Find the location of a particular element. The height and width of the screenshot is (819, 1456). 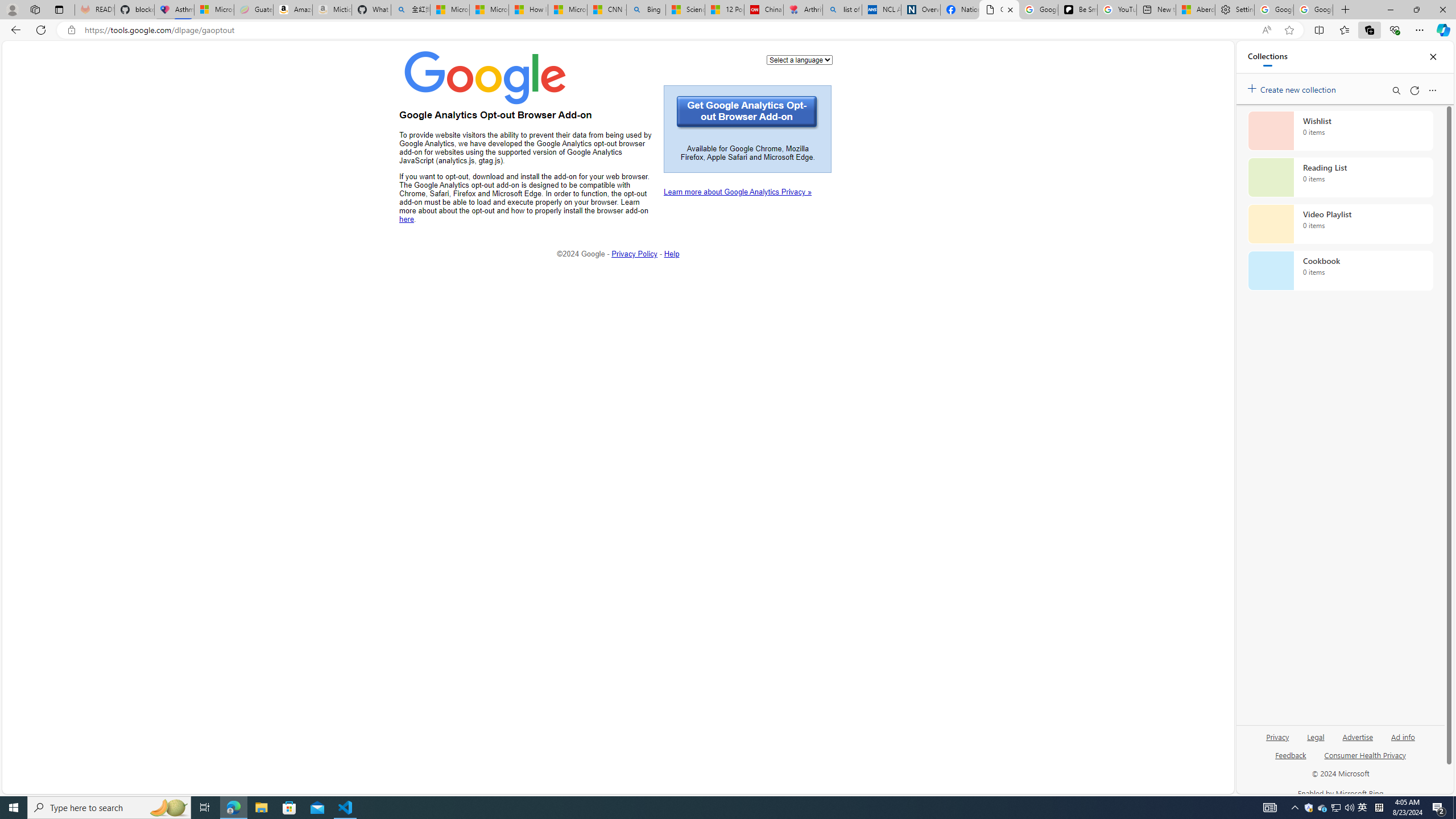

'Legal' is located at coordinates (1316, 736).